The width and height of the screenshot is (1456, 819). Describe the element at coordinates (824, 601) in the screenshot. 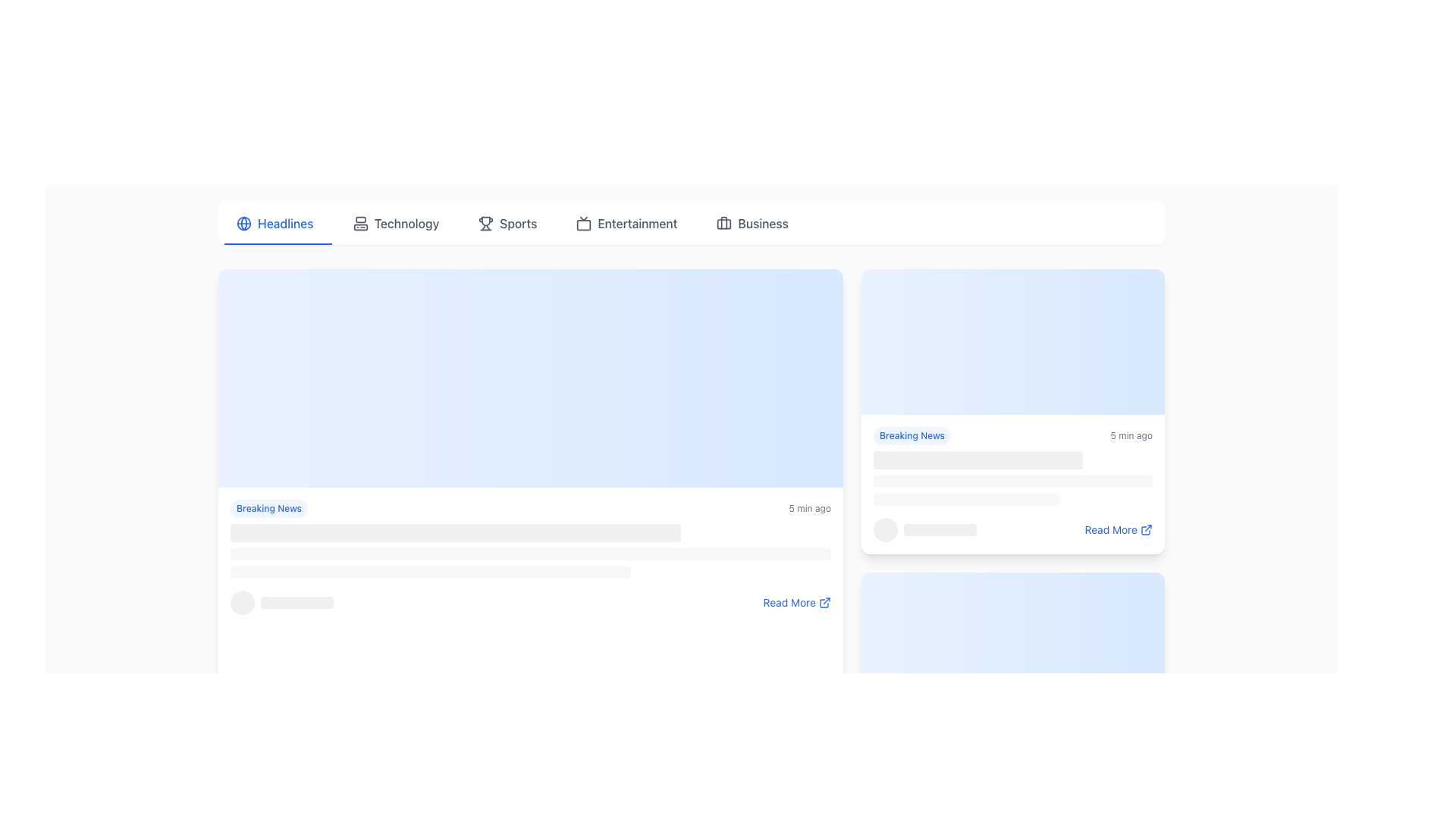

I see `the external link SVG icon located immediately to the right of the 'Read More' text in the bottom-right corner of the card-like section` at that location.